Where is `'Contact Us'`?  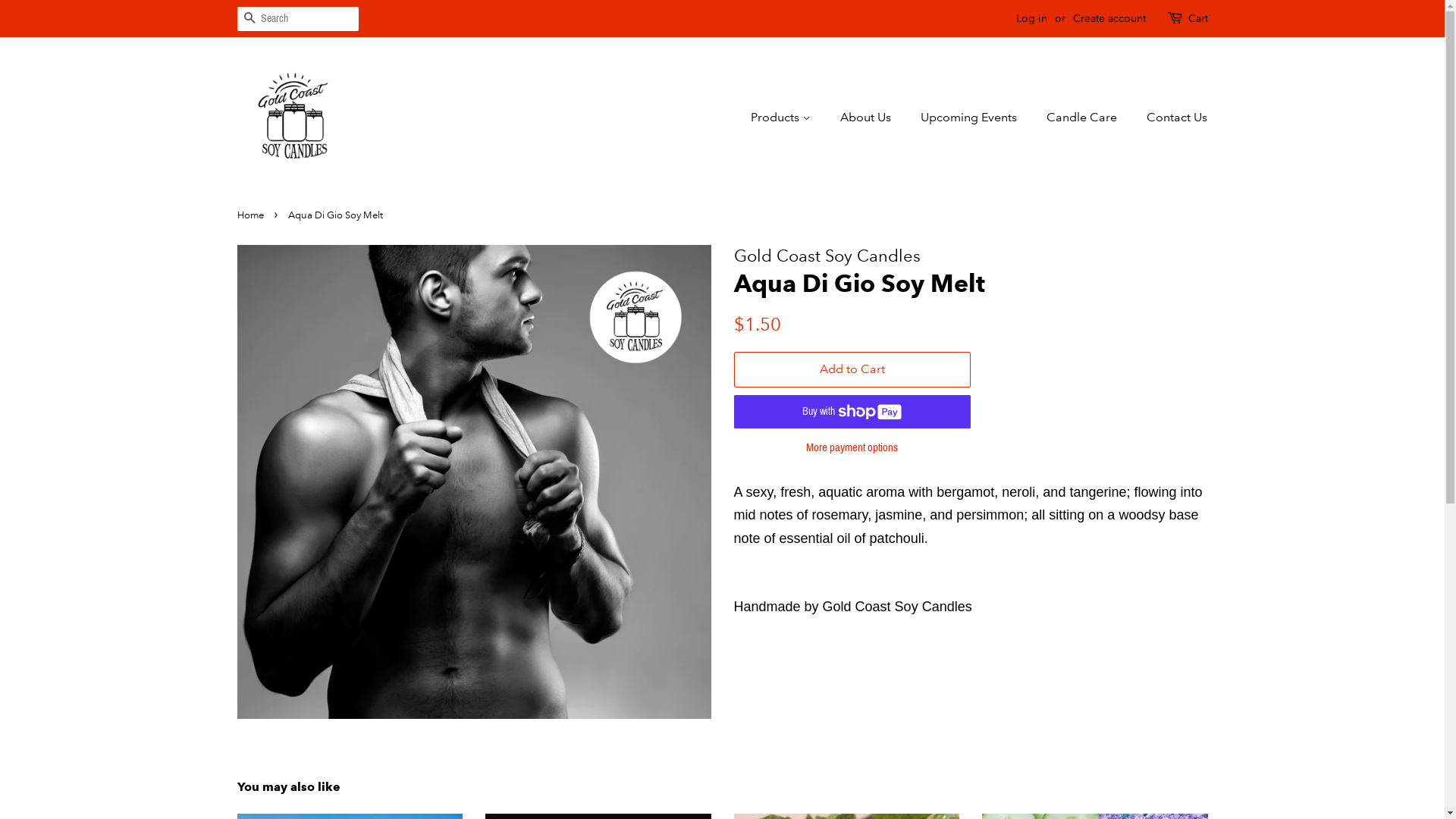 'Contact Us' is located at coordinates (1135, 116).